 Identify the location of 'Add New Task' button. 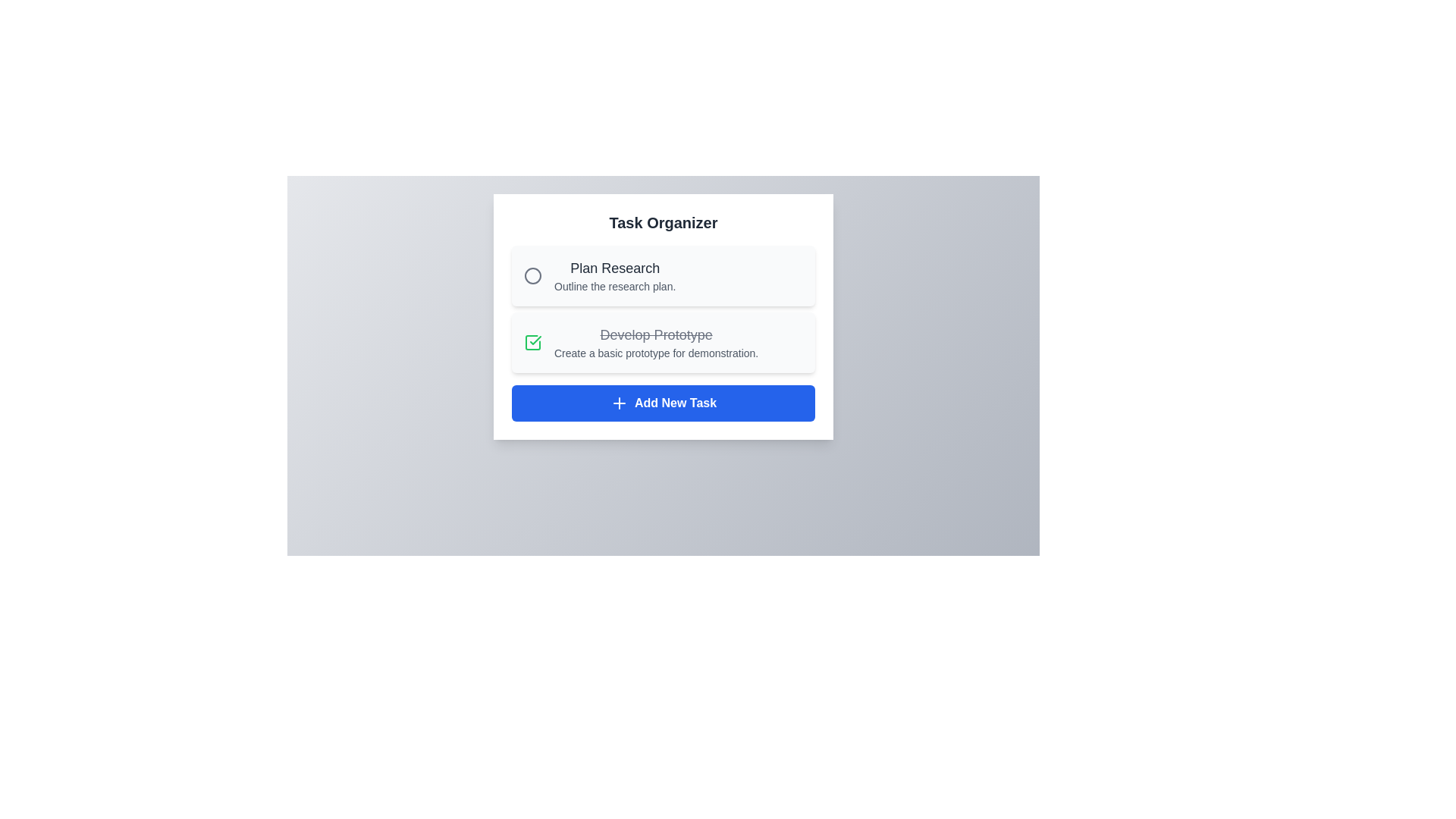
(663, 403).